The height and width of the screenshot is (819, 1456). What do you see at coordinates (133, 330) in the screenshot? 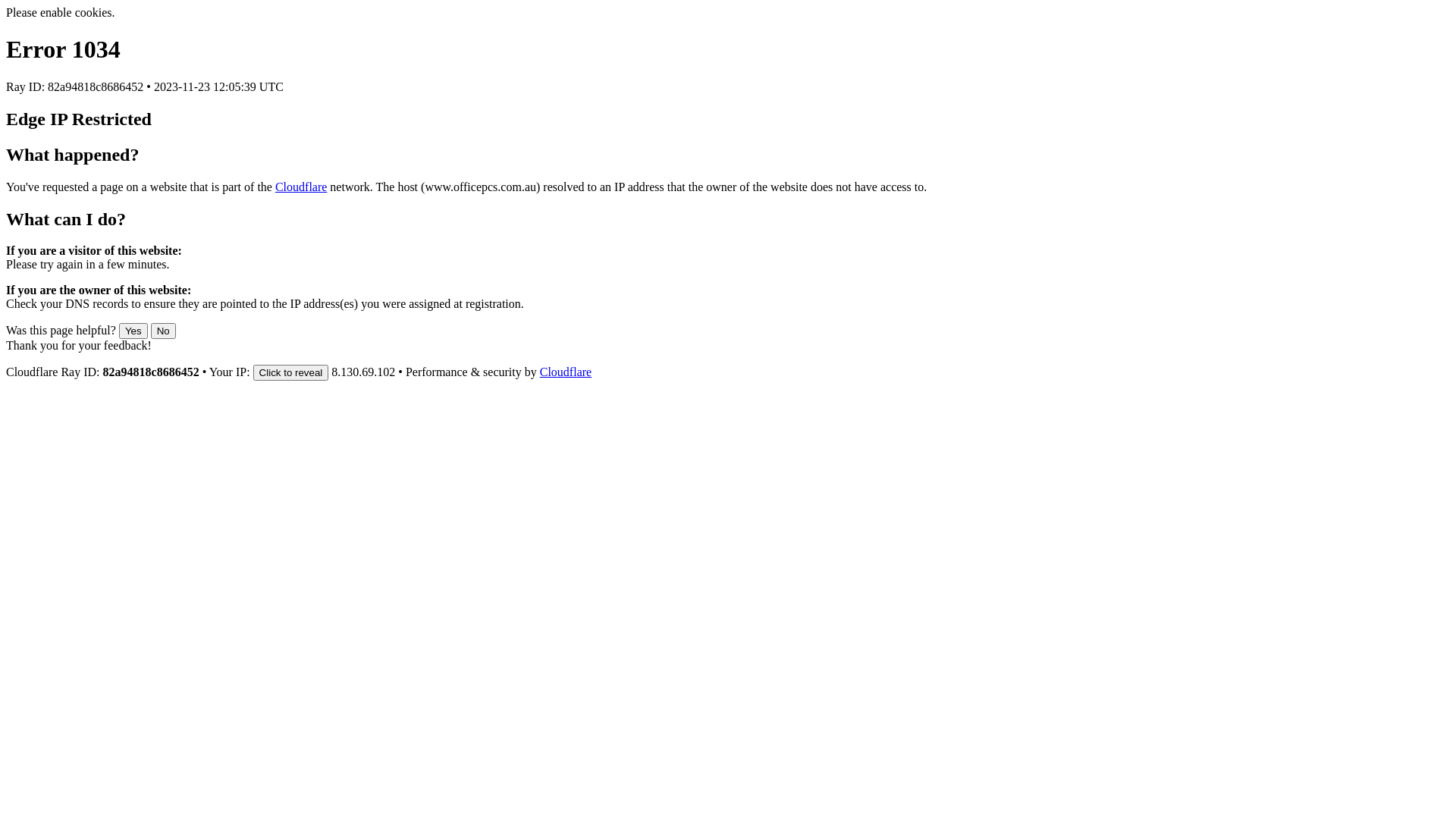
I see `'Yes'` at bounding box center [133, 330].